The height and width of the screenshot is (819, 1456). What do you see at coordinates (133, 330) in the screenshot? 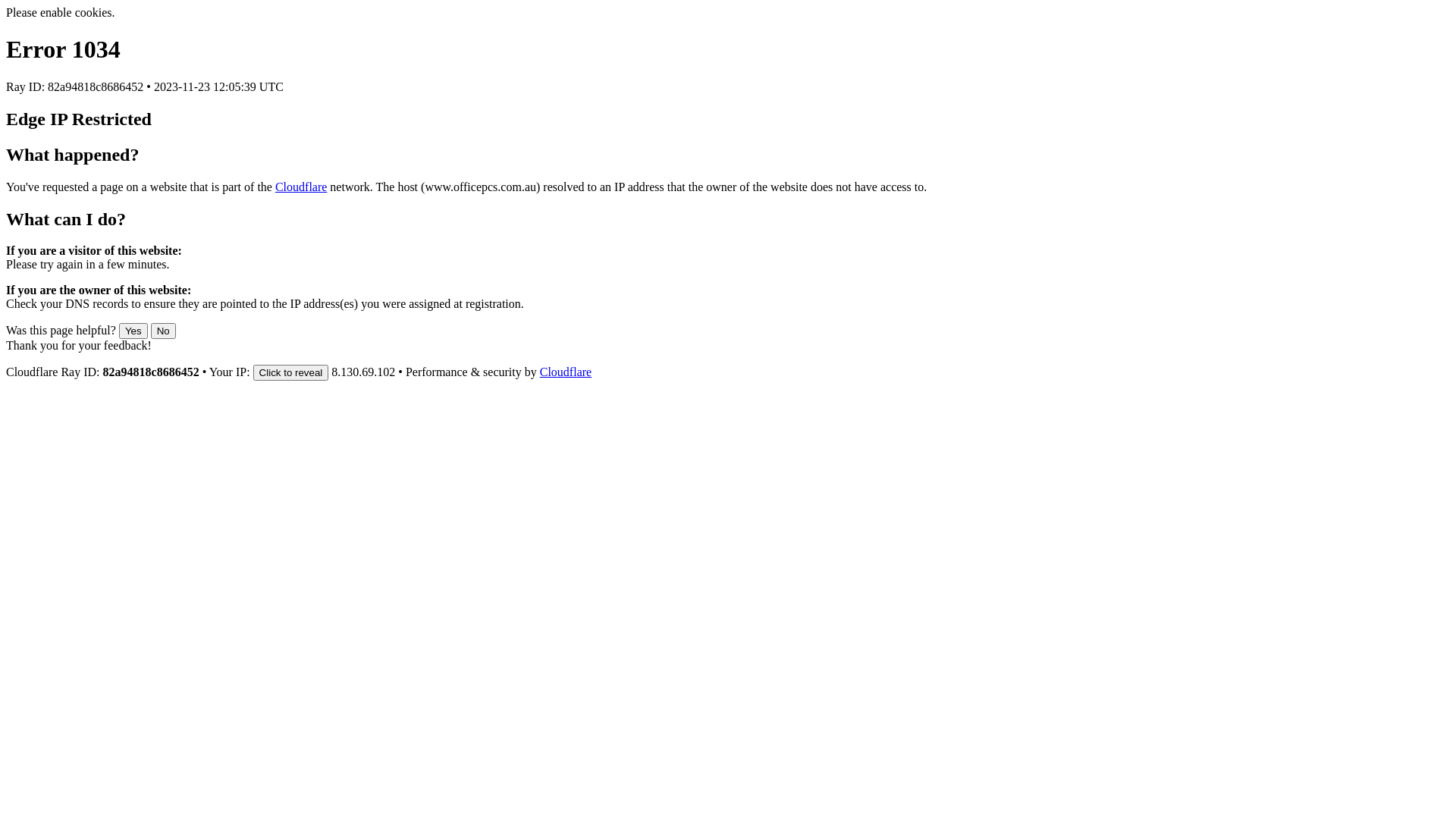
I see `'Yes'` at bounding box center [133, 330].